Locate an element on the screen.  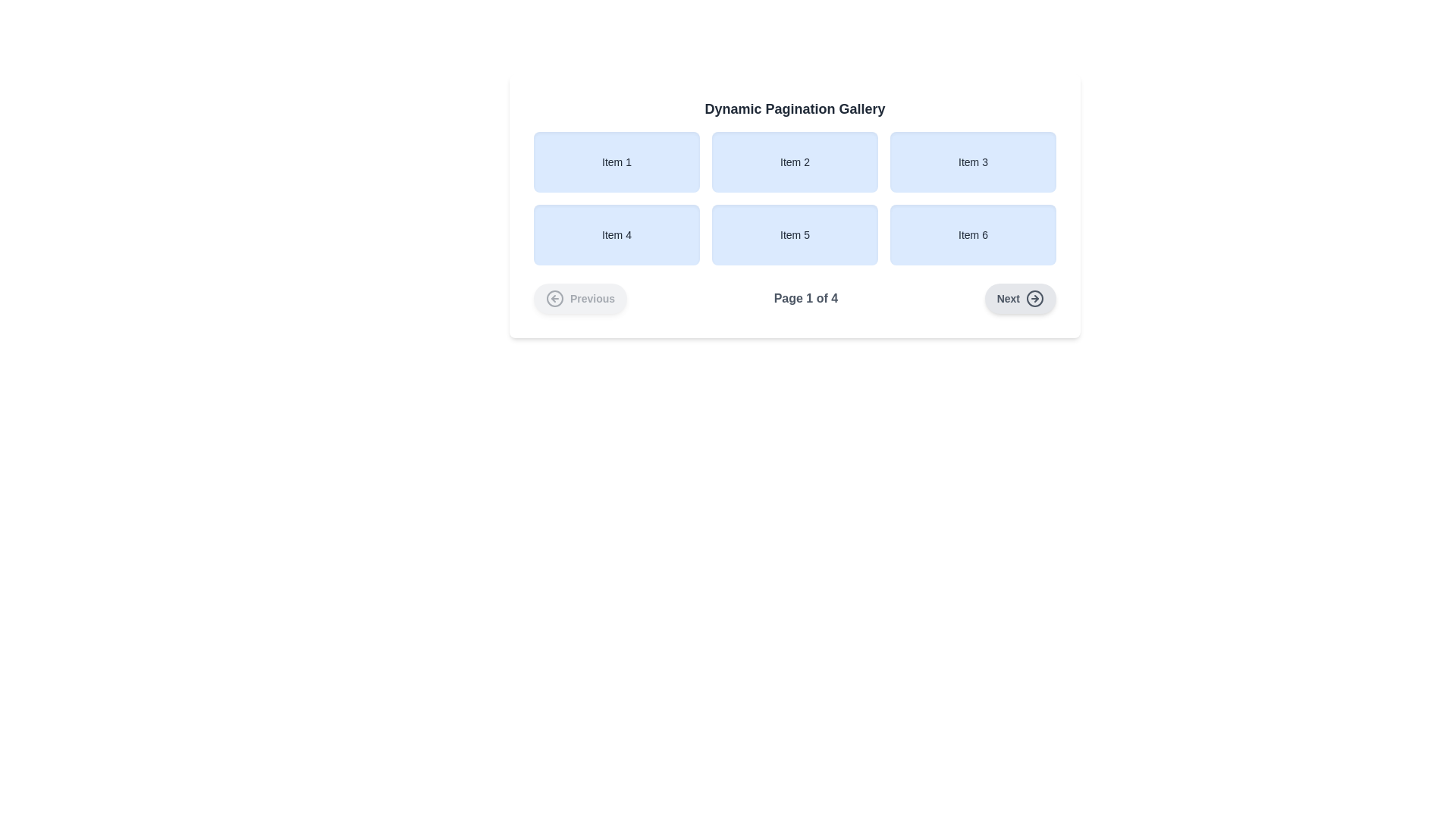
the circular icon element of the 'Previous' button located at the bottom-left corner of the interface is located at coordinates (554, 298).